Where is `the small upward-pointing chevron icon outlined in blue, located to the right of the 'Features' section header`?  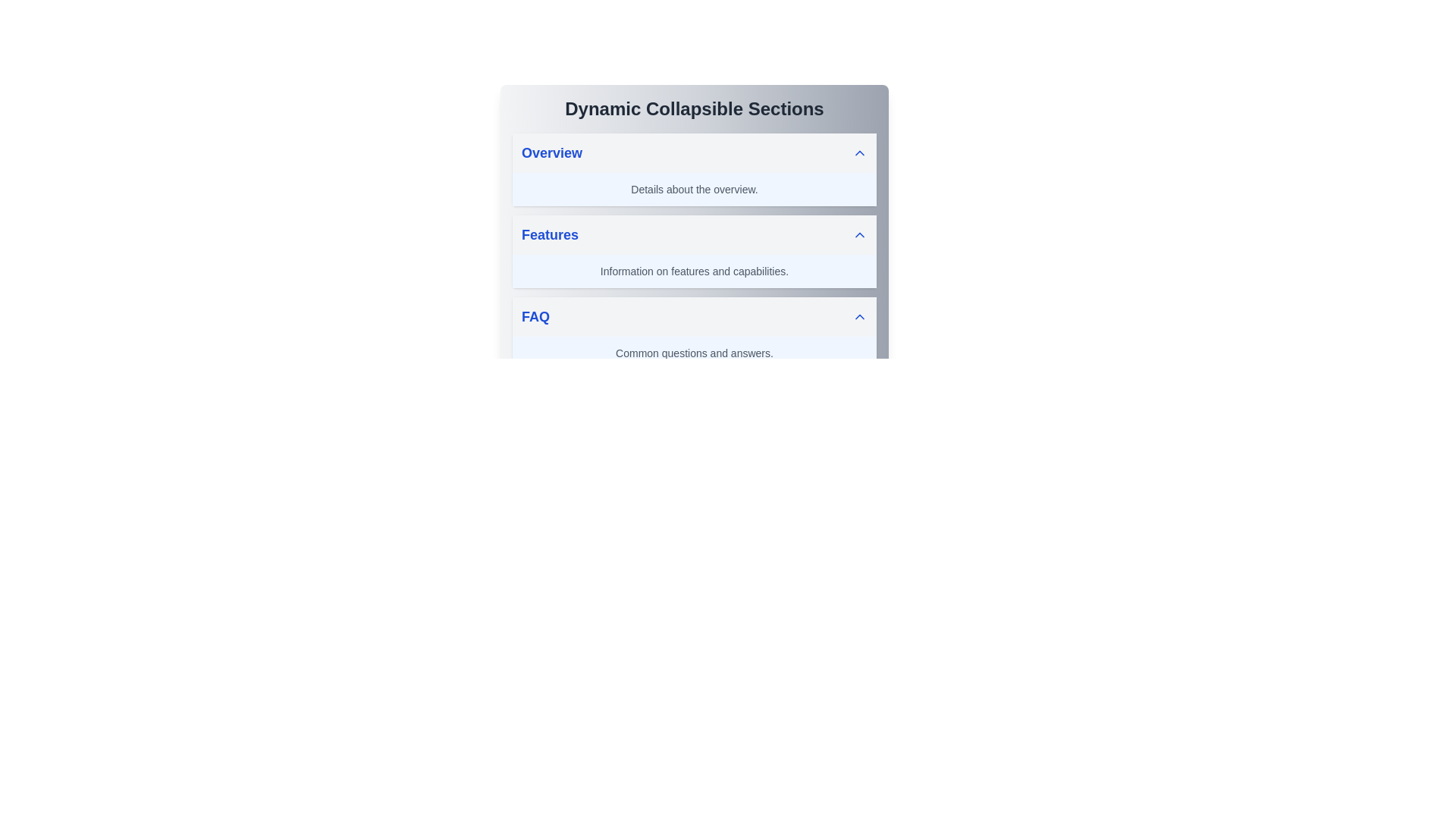 the small upward-pointing chevron icon outlined in blue, located to the right of the 'Features' section header is located at coordinates (859, 234).